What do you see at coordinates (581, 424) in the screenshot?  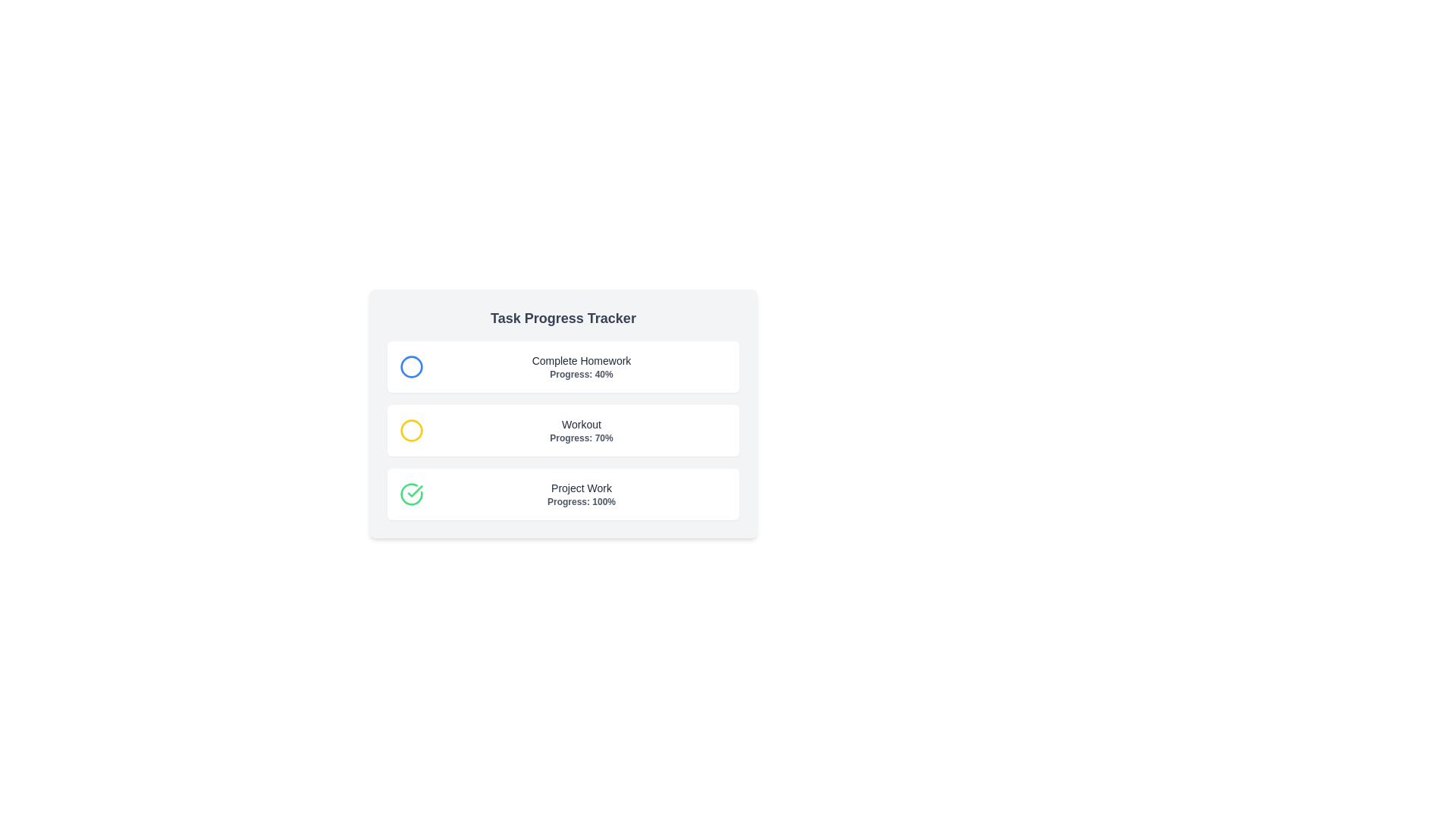 I see `the 'Workout' text label, which serves as the title in the task progress tracker, positioned between 'Complete Homework' and 'Project Work'` at bounding box center [581, 424].